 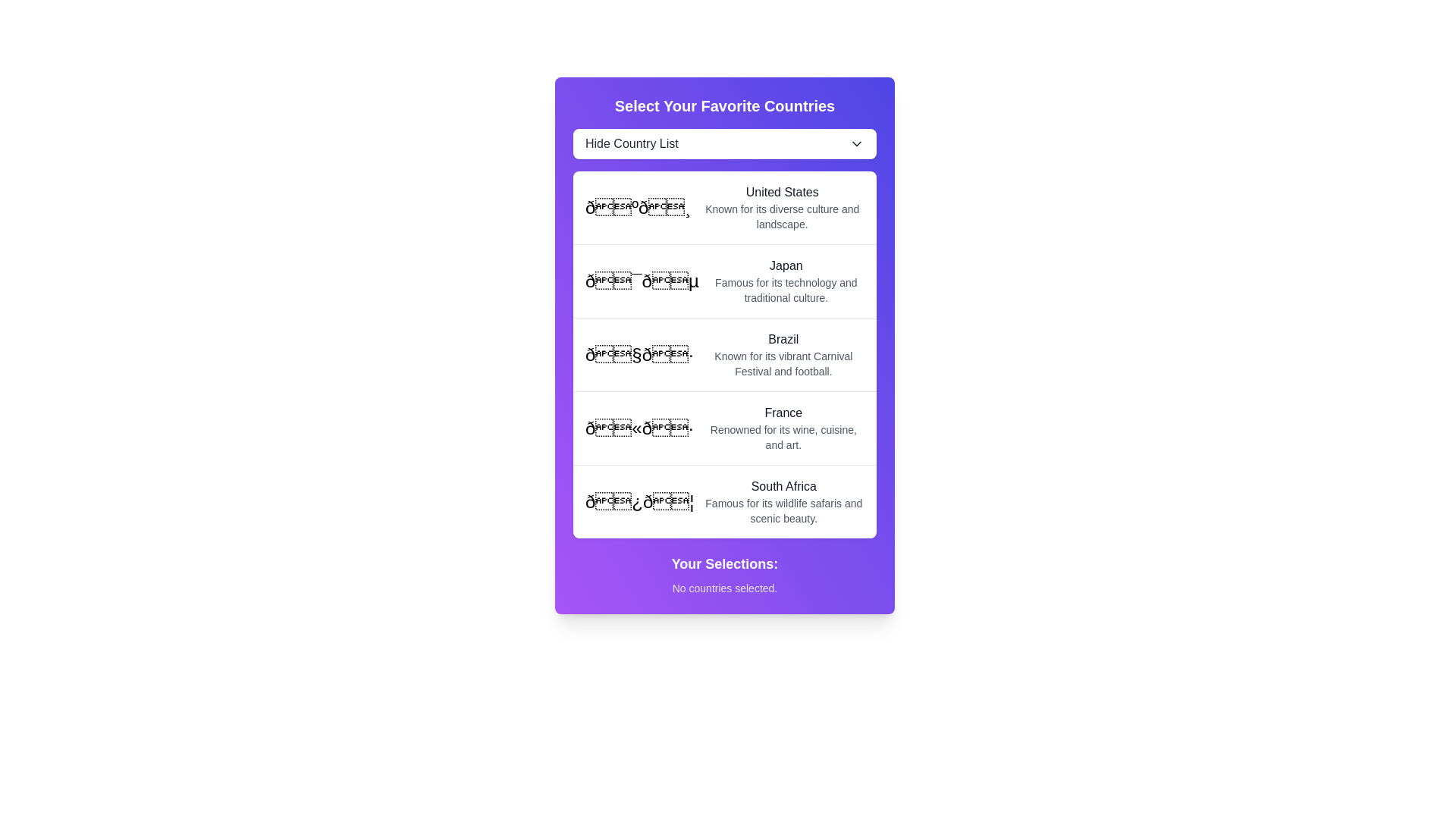 I want to click on the Text Block displaying 'France', which is characterized by bold dark gray text and a description below it in smaller gray text, located in the middle of the layout between 'Brazil' and 'South Africa', so click(x=783, y=428).